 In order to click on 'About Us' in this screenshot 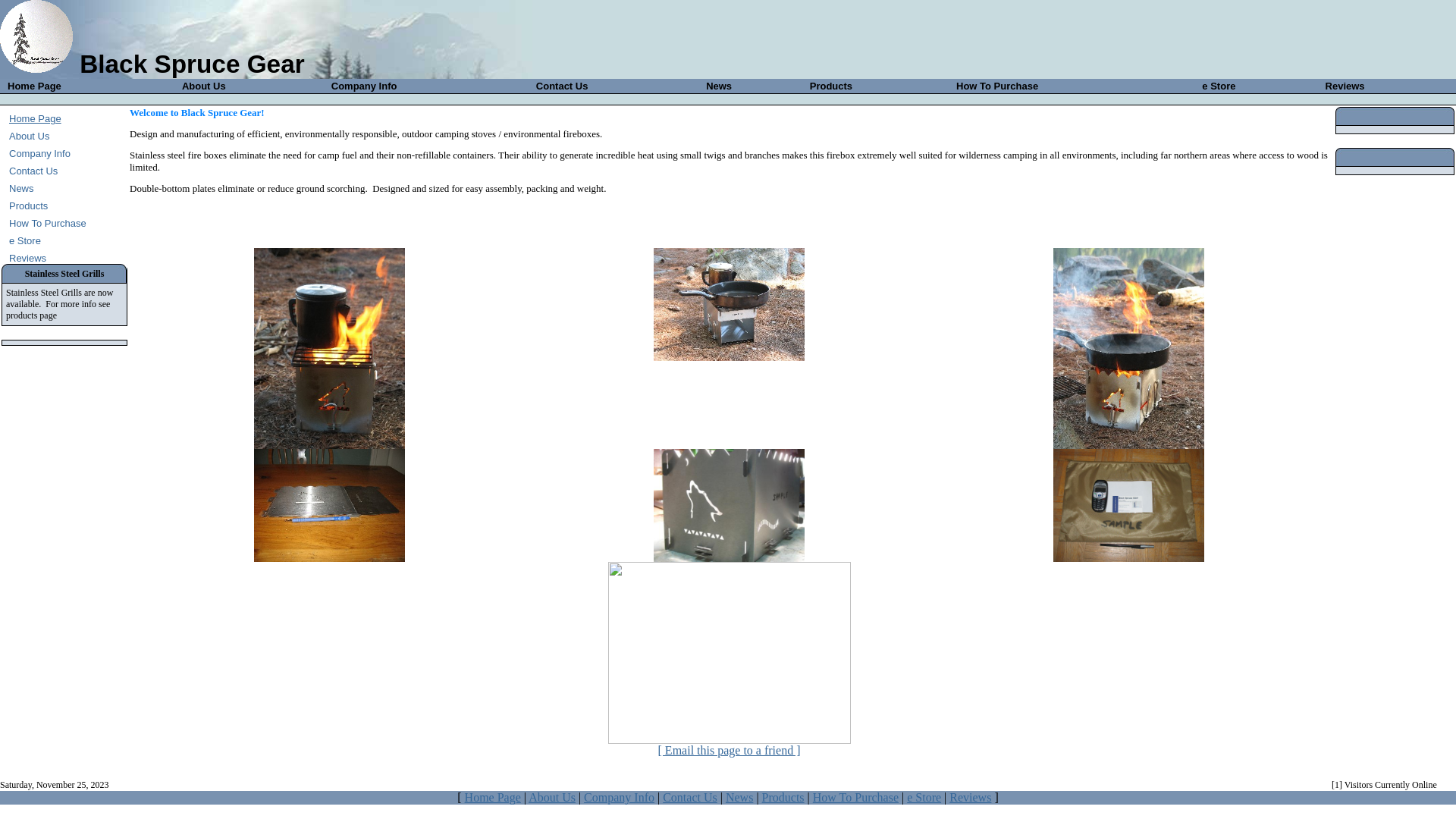, I will do `click(202, 86)`.